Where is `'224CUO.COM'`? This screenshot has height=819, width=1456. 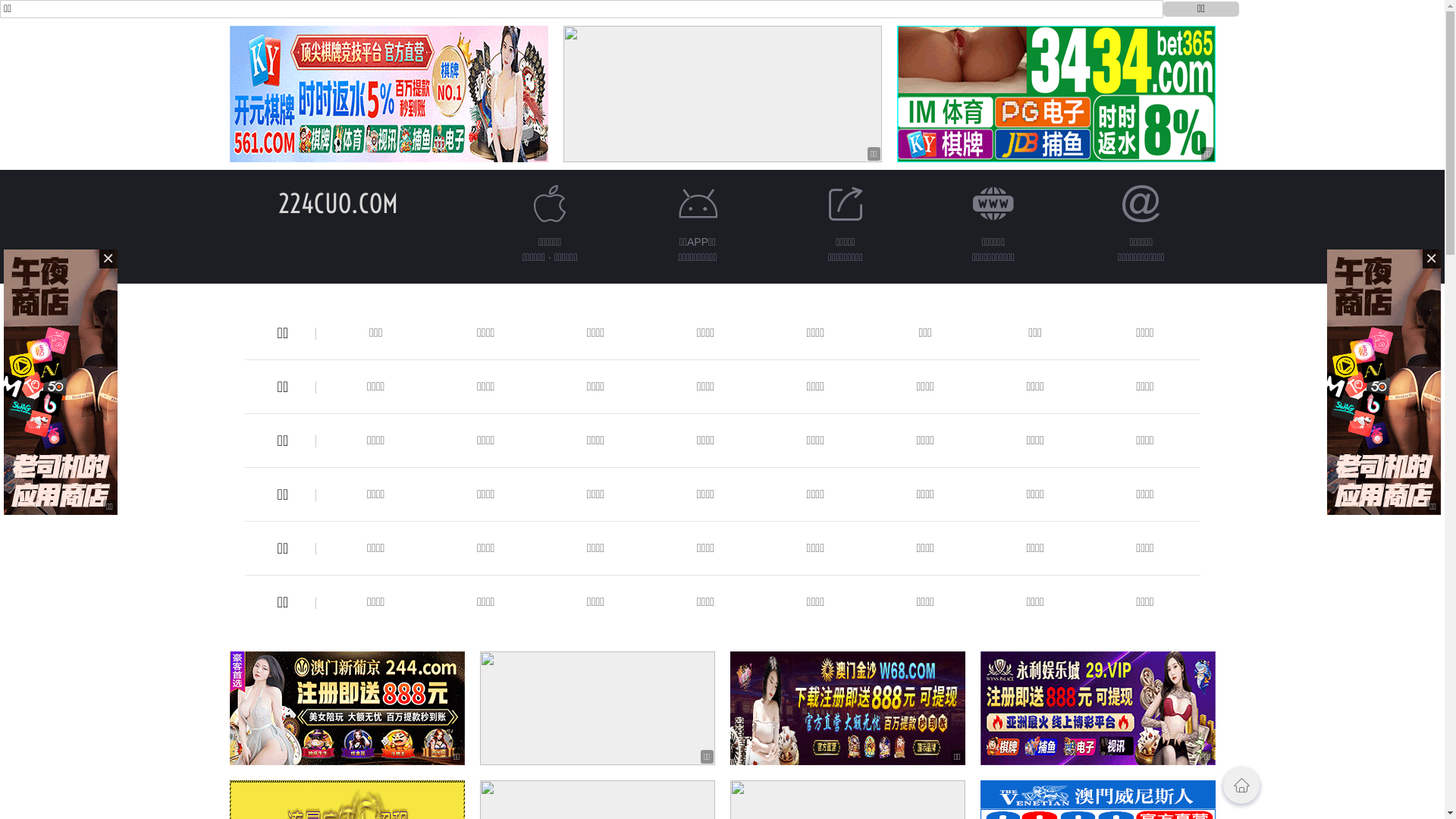
'224CUO.COM' is located at coordinates (277, 202).